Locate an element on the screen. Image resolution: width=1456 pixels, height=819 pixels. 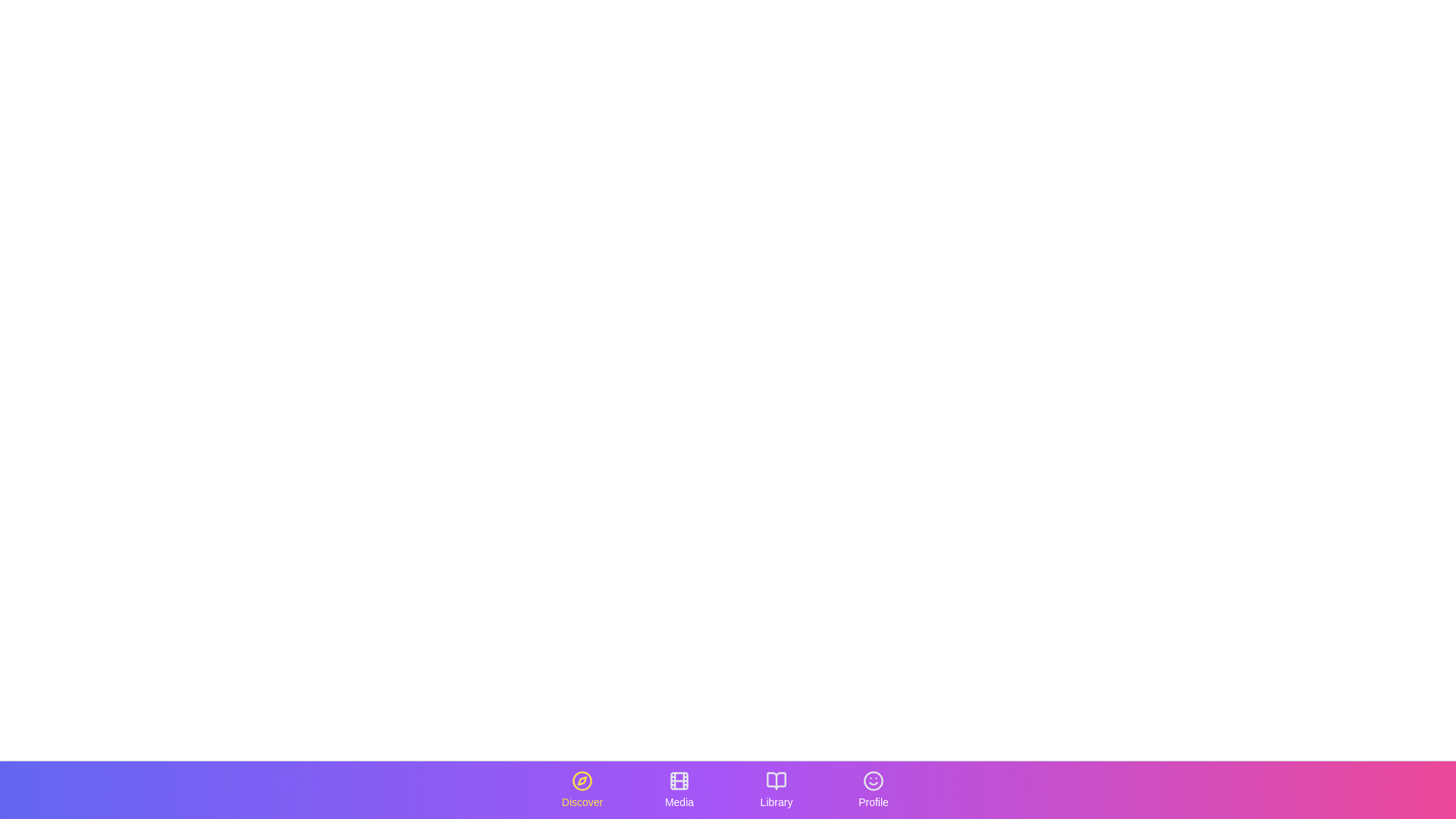
the tab labeled Media is located at coordinates (679, 789).